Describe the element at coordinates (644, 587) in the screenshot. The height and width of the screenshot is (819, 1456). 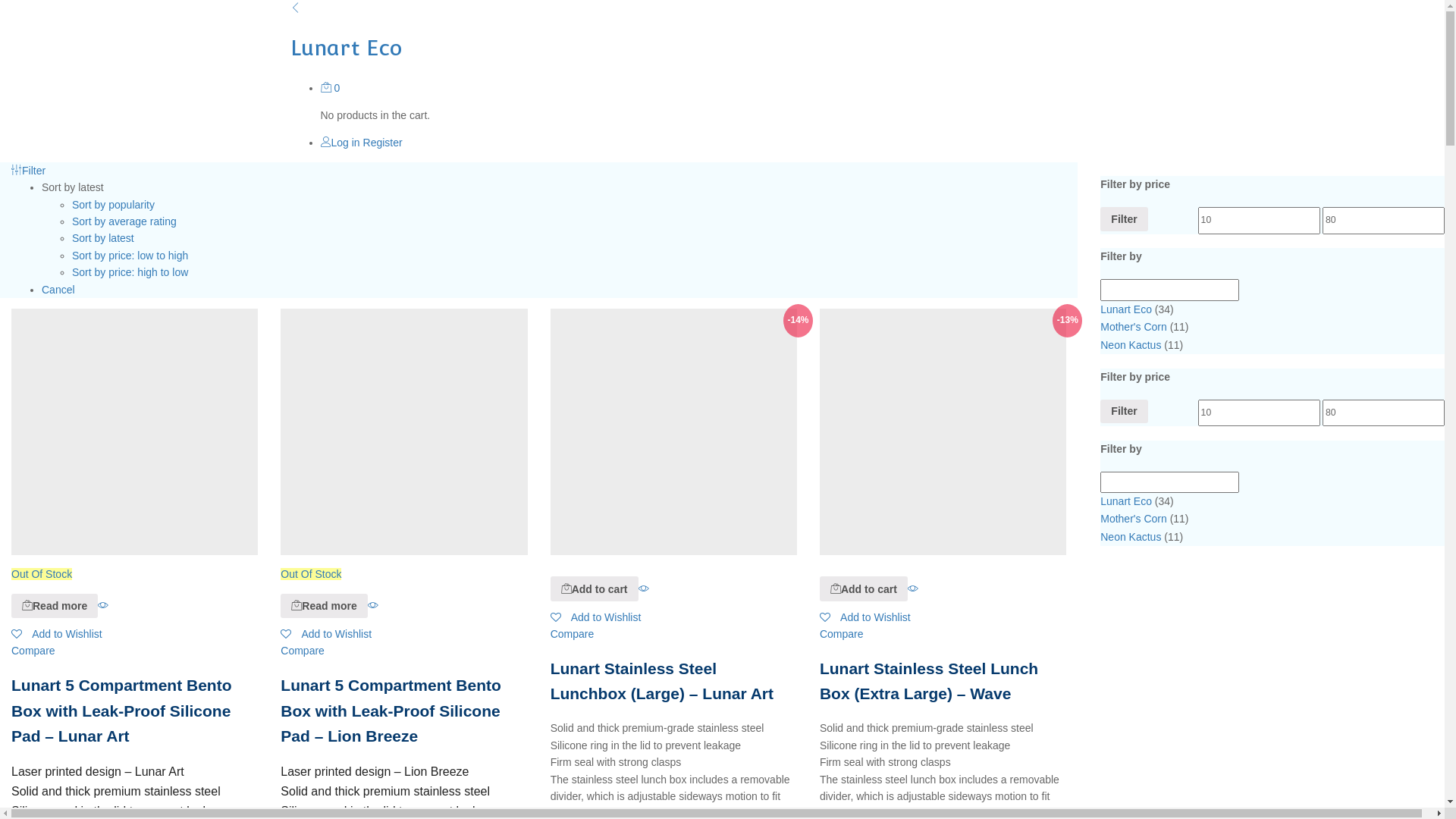
I see `'Quick View'` at that location.